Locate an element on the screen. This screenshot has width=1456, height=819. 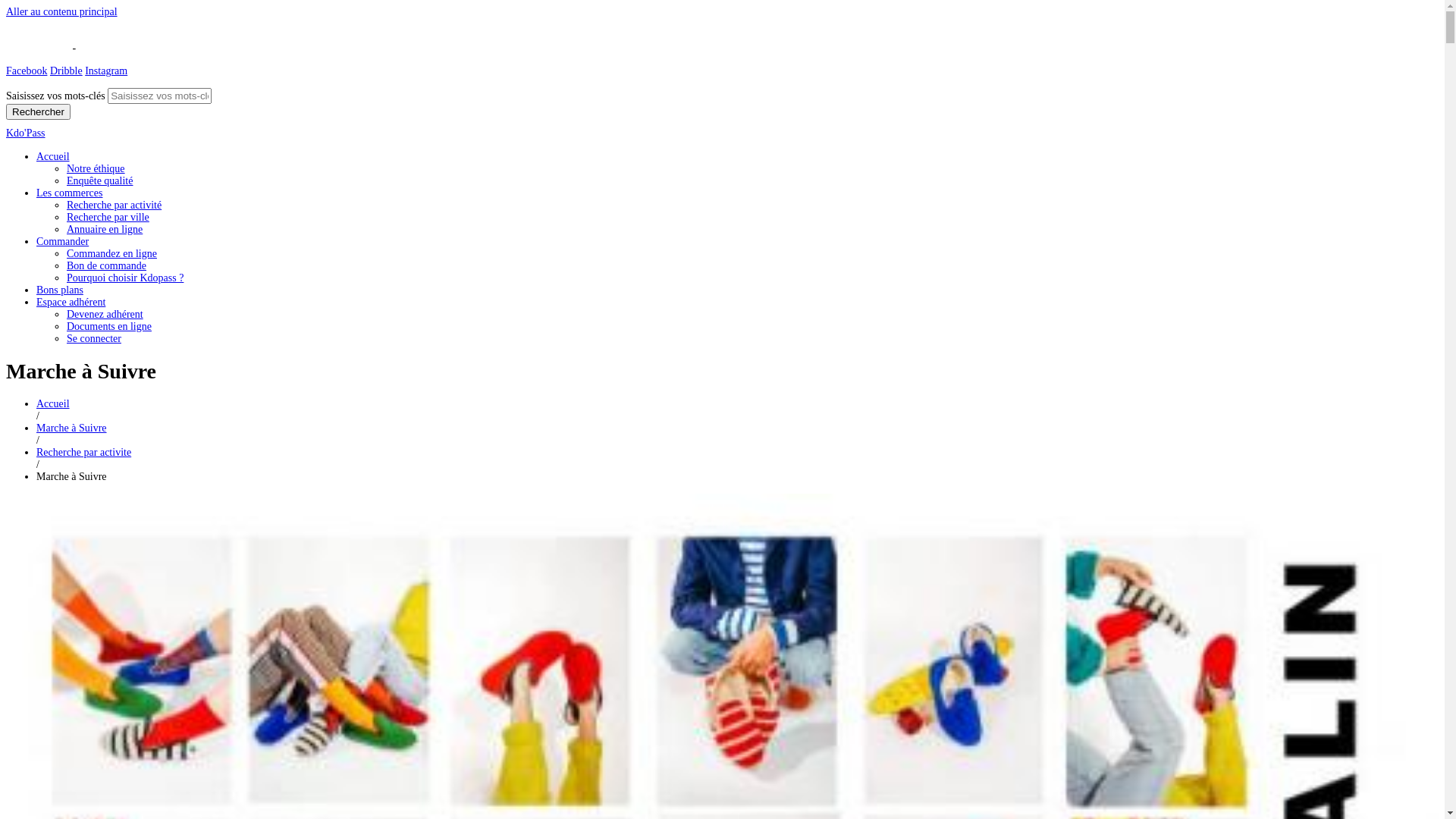
'Instagram' is located at coordinates (105, 71).